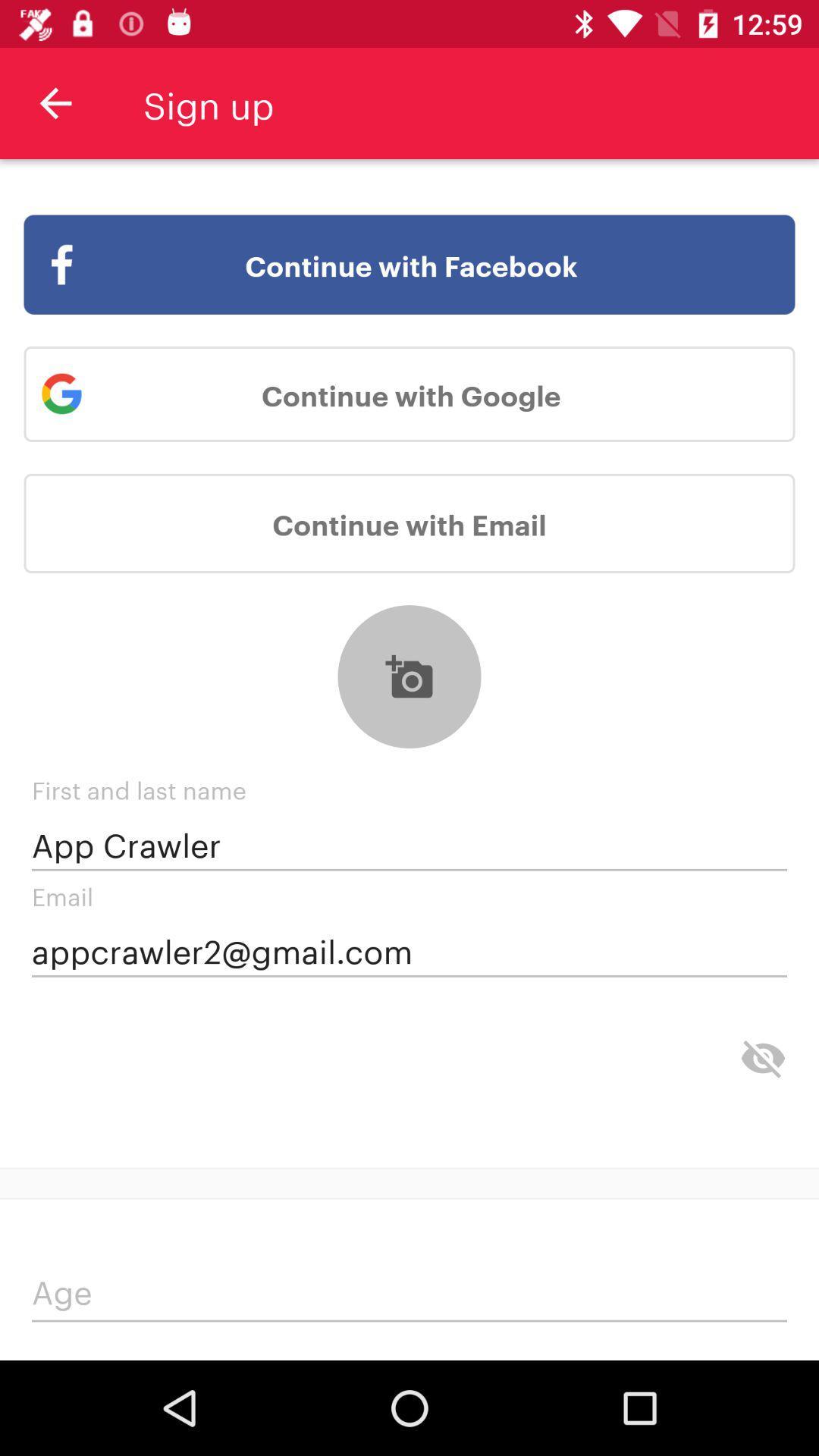  What do you see at coordinates (763, 1058) in the screenshot?
I see `the show icon` at bounding box center [763, 1058].